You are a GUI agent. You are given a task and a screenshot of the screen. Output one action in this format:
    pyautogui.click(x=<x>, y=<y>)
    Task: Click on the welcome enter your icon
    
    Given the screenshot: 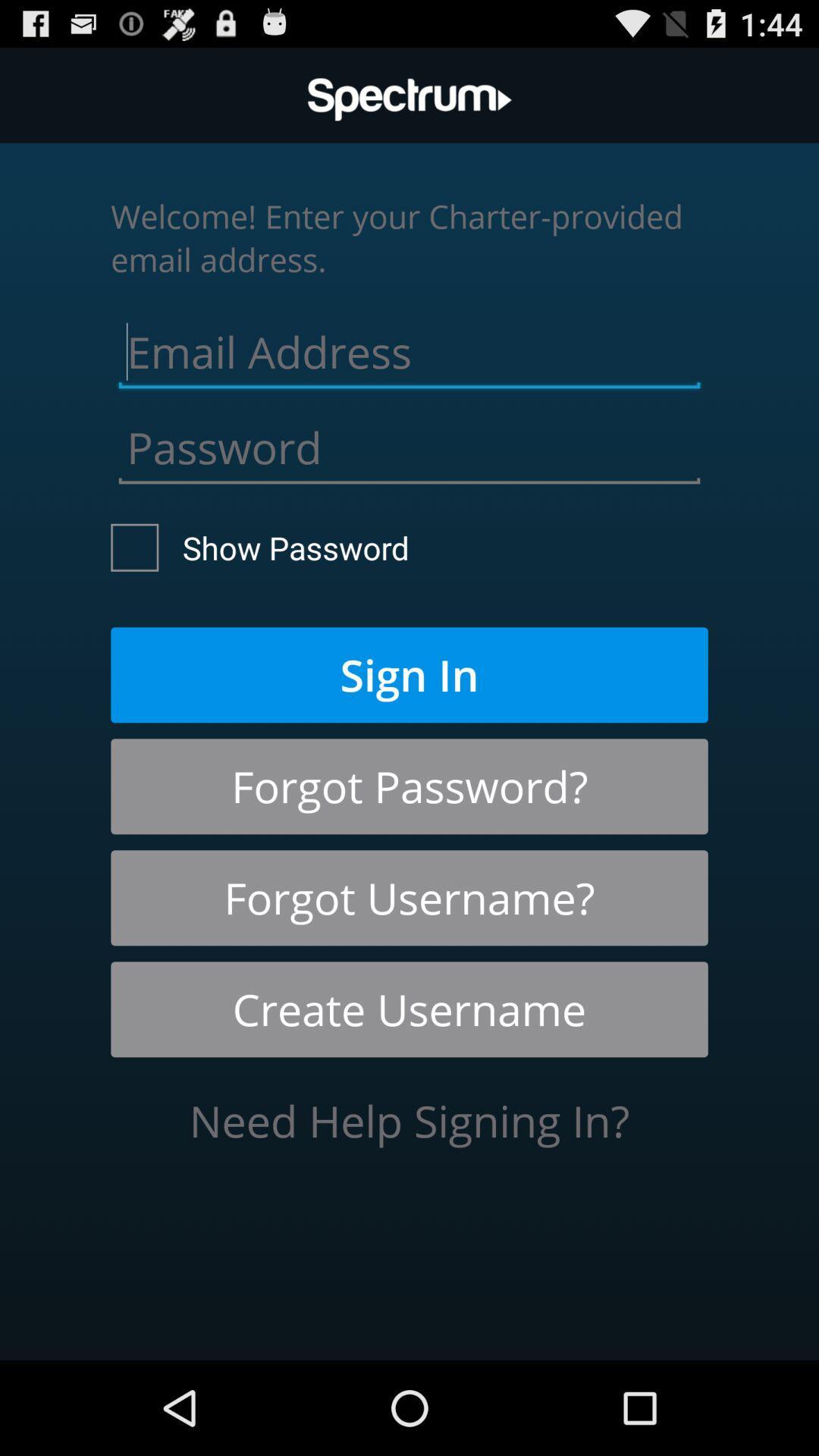 What is the action you would take?
    pyautogui.click(x=409, y=237)
    